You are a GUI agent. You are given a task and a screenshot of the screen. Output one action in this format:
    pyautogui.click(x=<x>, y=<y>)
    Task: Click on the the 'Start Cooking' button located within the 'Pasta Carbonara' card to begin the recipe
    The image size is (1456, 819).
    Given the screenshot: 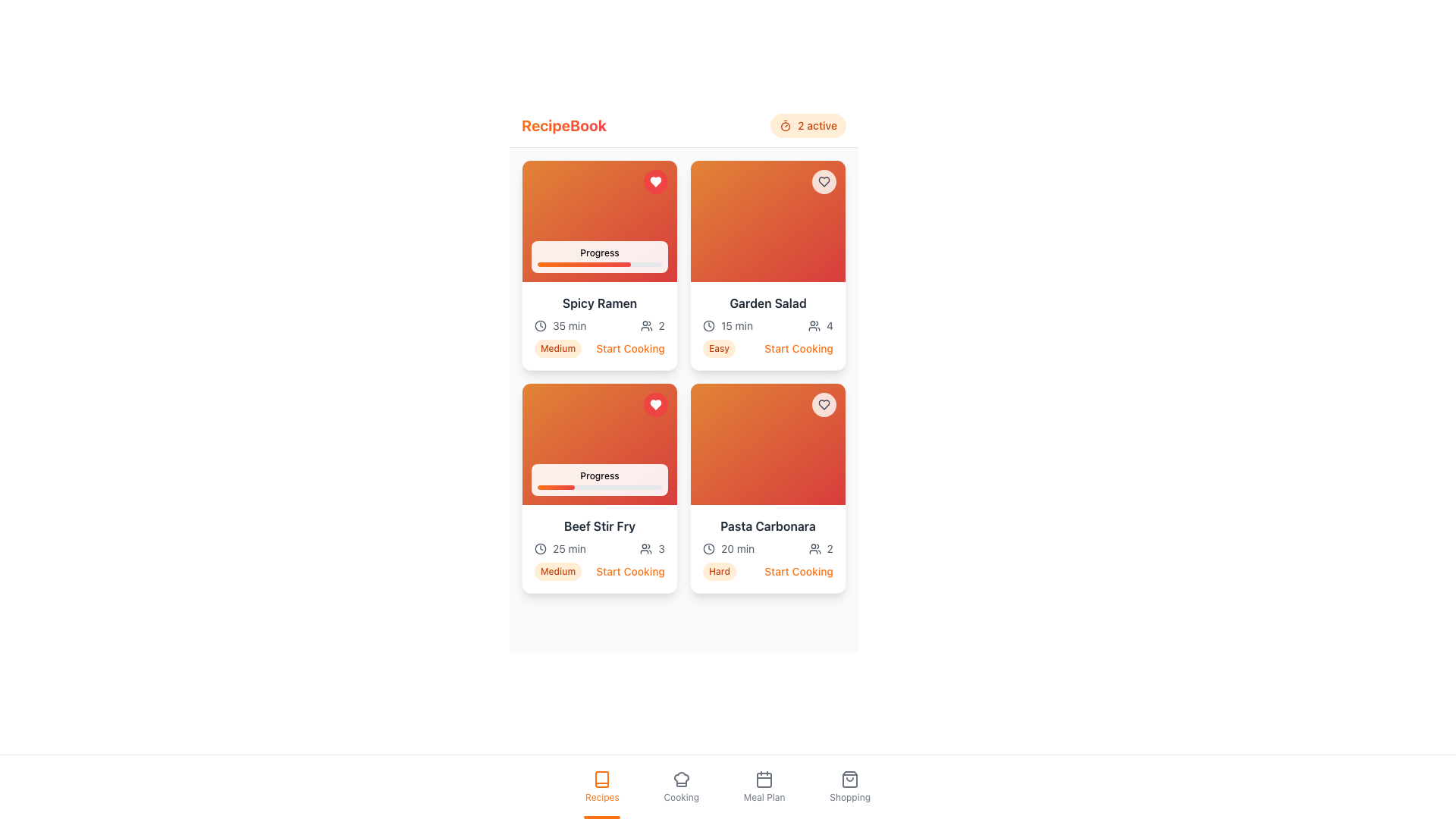 What is the action you would take?
    pyautogui.click(x=767, y=571)
    